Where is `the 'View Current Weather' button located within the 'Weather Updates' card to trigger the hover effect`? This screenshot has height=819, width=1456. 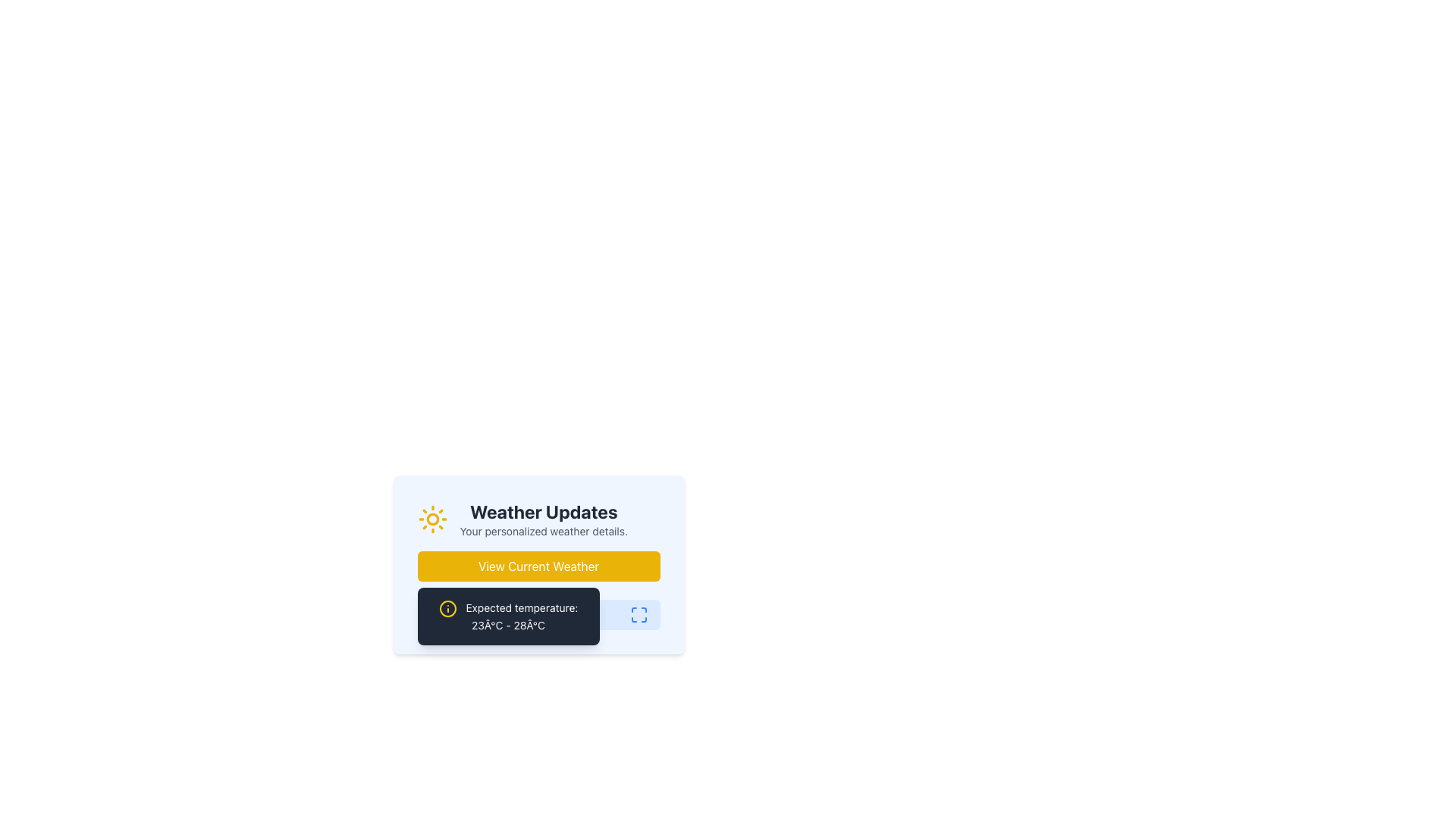 the 'View Current Weather' button located within the 'Weather Updates' card to trigger the hover effect is located at coordinates (538, 566).